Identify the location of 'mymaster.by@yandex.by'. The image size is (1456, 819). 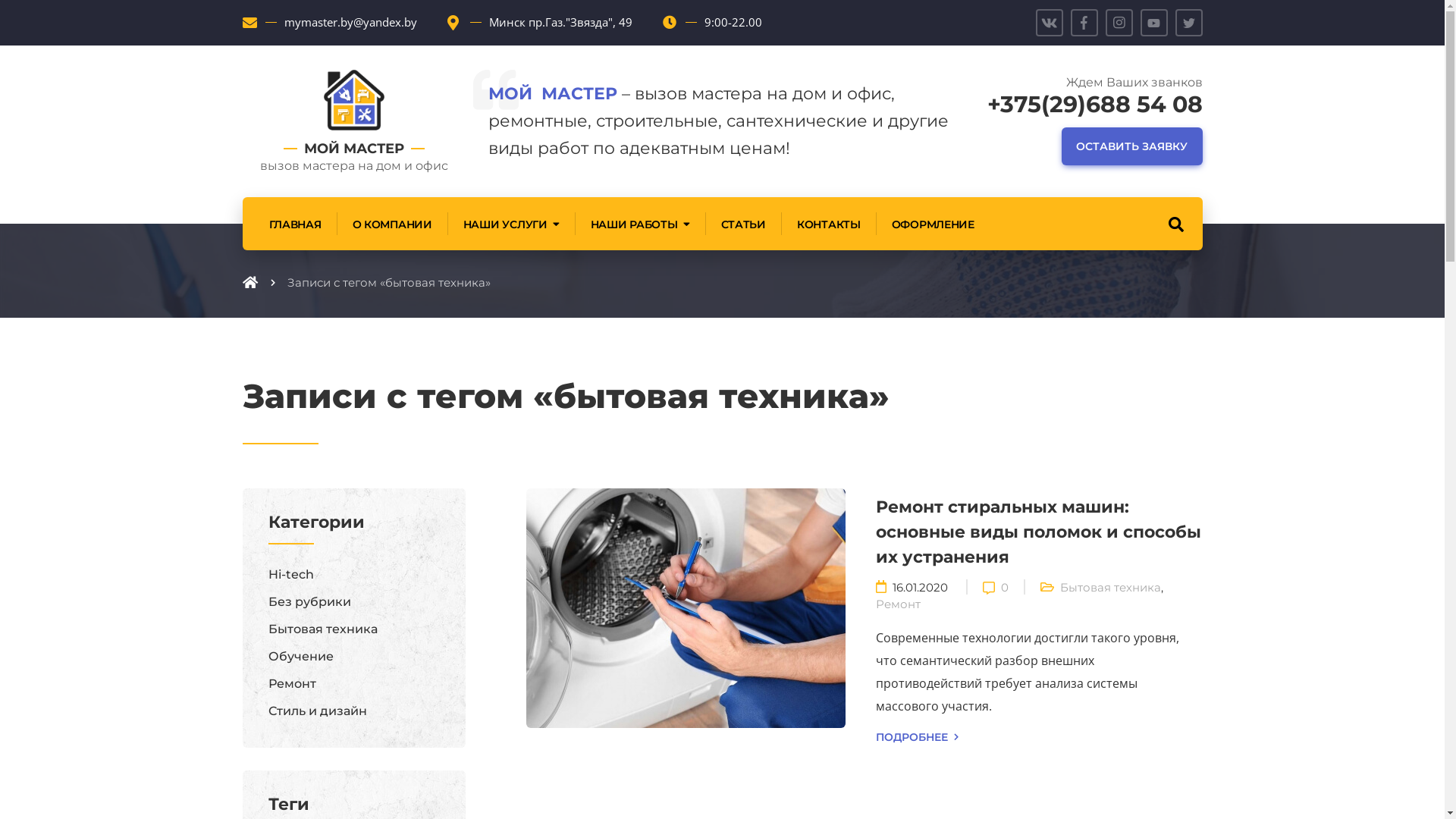
(349, 22).